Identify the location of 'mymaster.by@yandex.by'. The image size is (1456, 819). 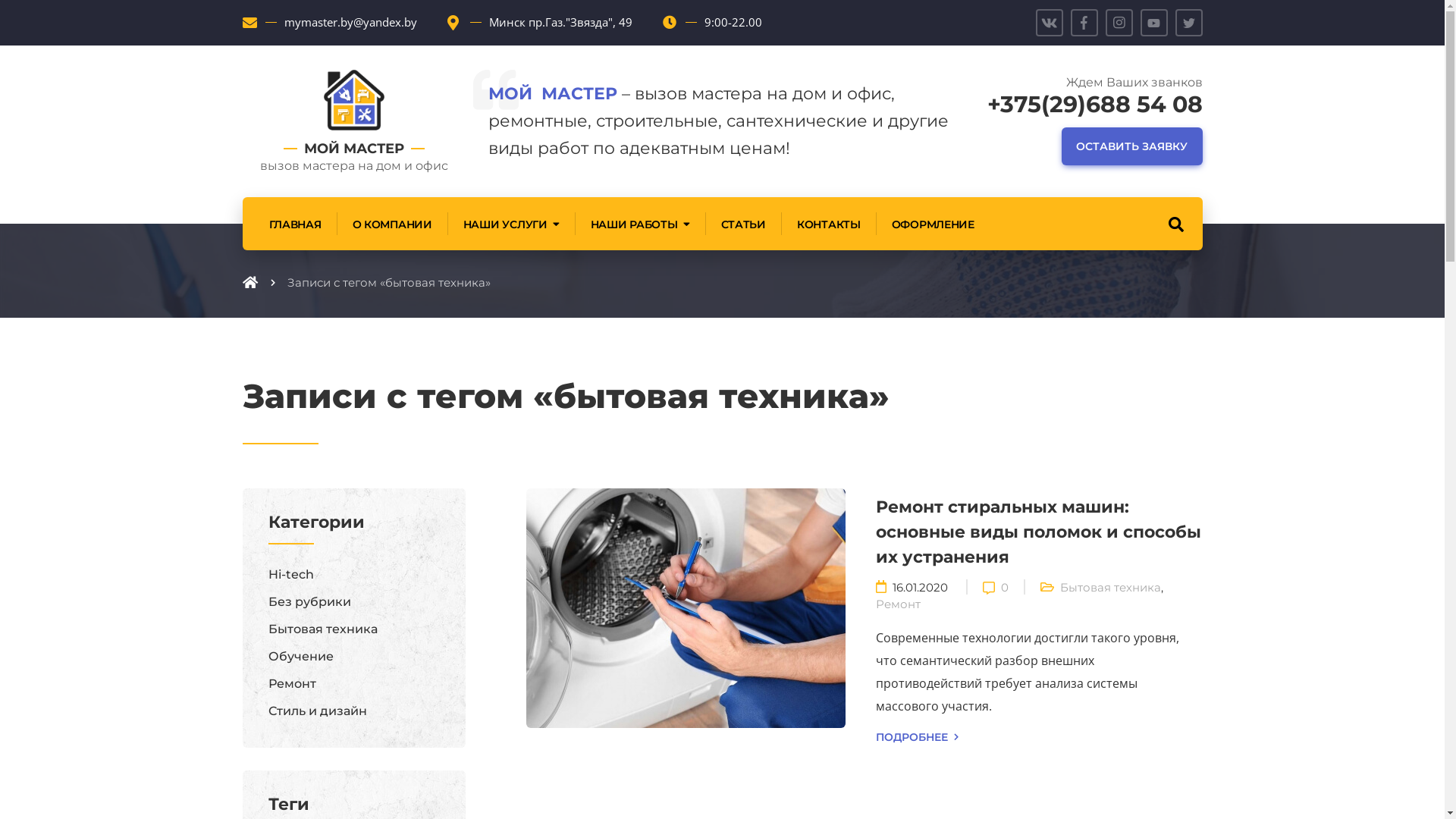
(349, 22).